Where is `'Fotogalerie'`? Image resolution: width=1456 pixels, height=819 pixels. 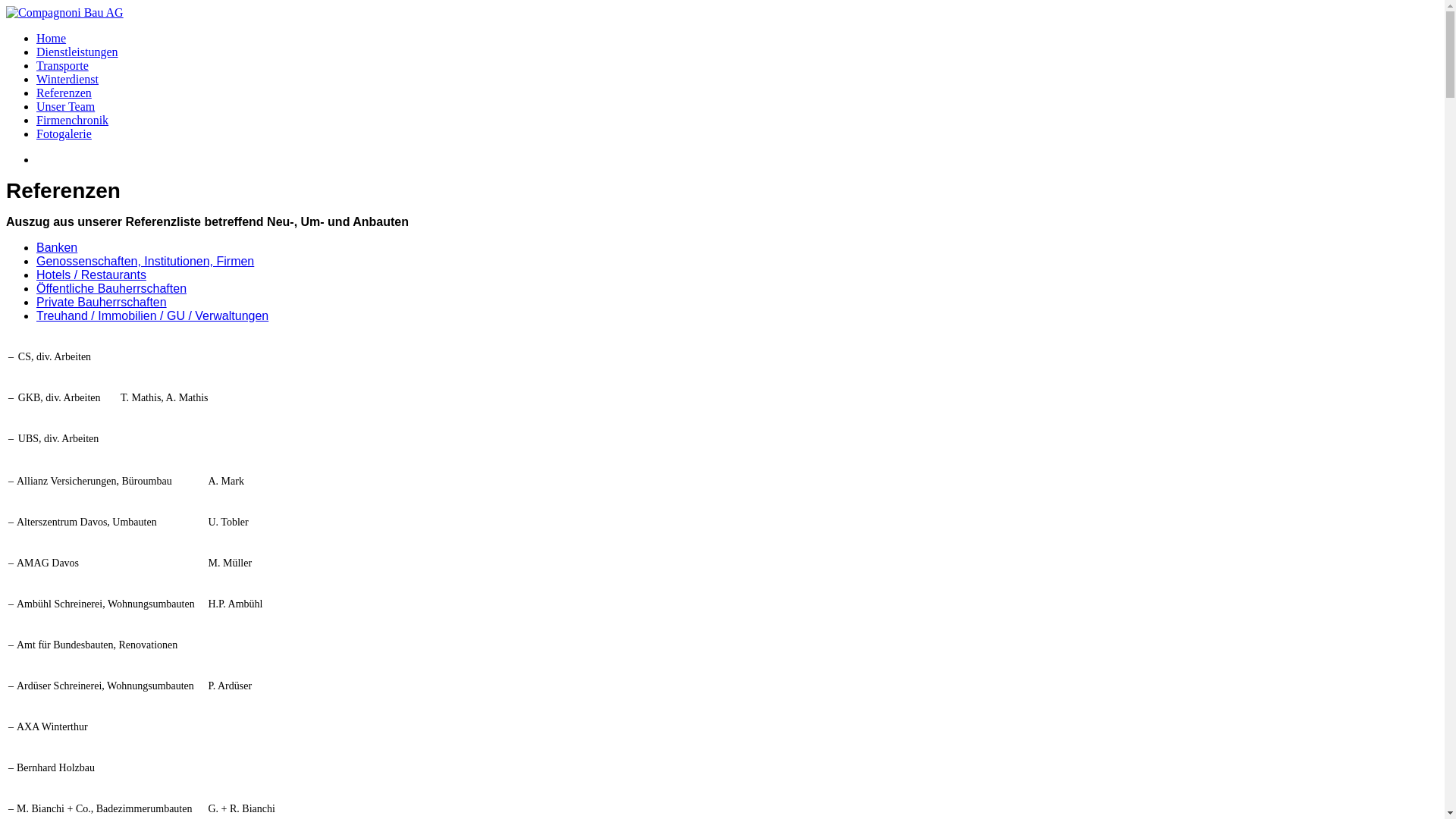
'Fotogalerie' is located at coordinates (36, 133).